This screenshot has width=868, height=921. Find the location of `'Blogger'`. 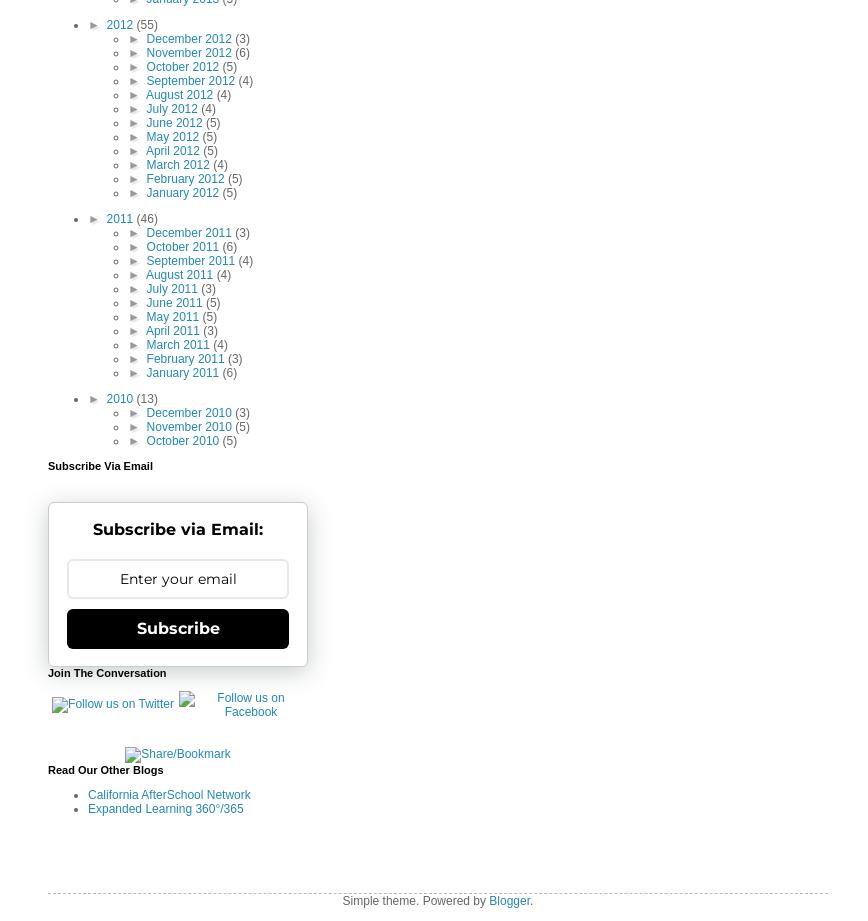

'Blogger' is located at coordinates (509, 900).